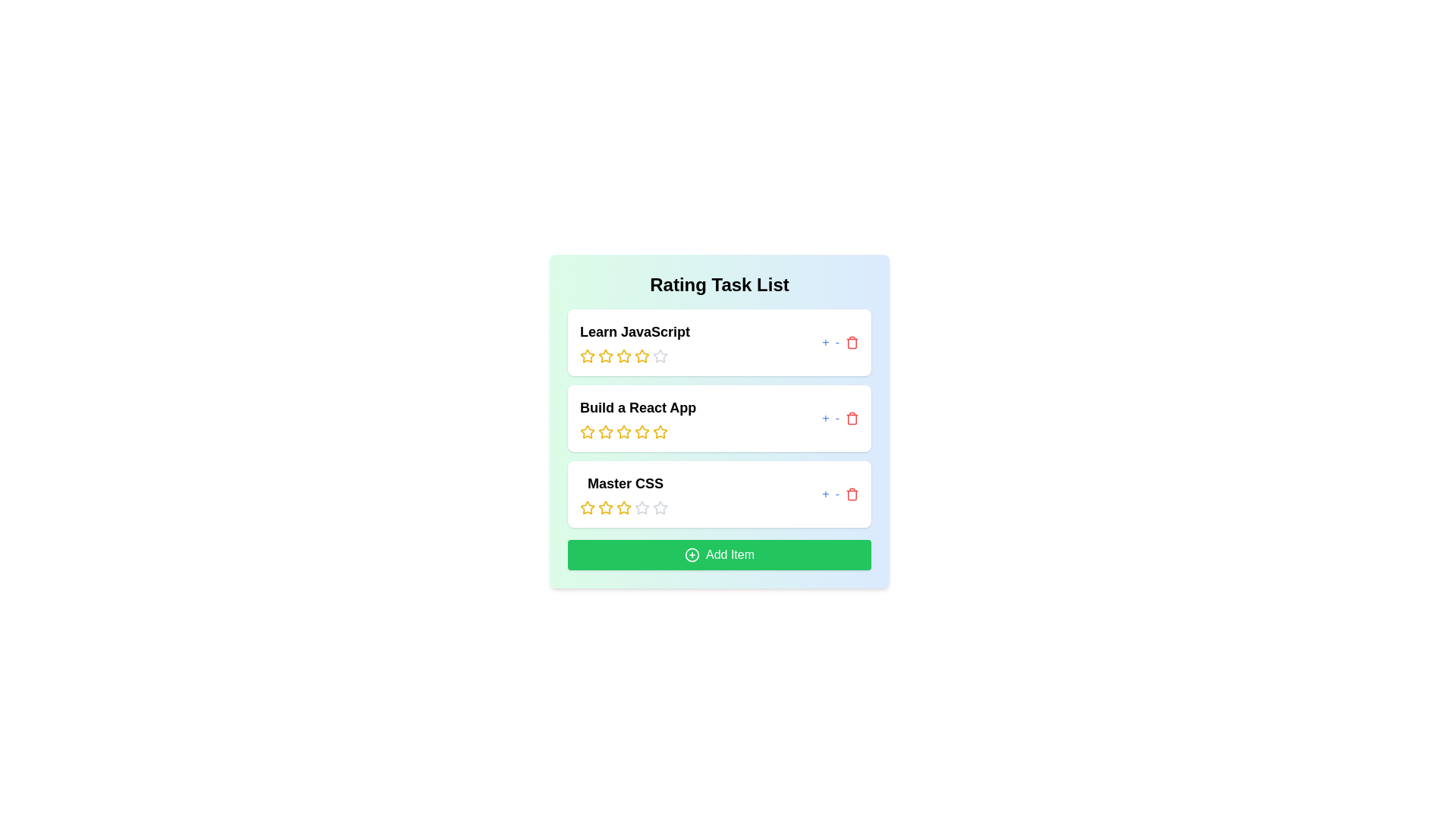 This screenshot has height=819, width=1456. What do you see at coordinates (719, 555) in the screenshot?
I see `the 'Add Item' button to add a new item to the list` at bounding box center [719, 555].